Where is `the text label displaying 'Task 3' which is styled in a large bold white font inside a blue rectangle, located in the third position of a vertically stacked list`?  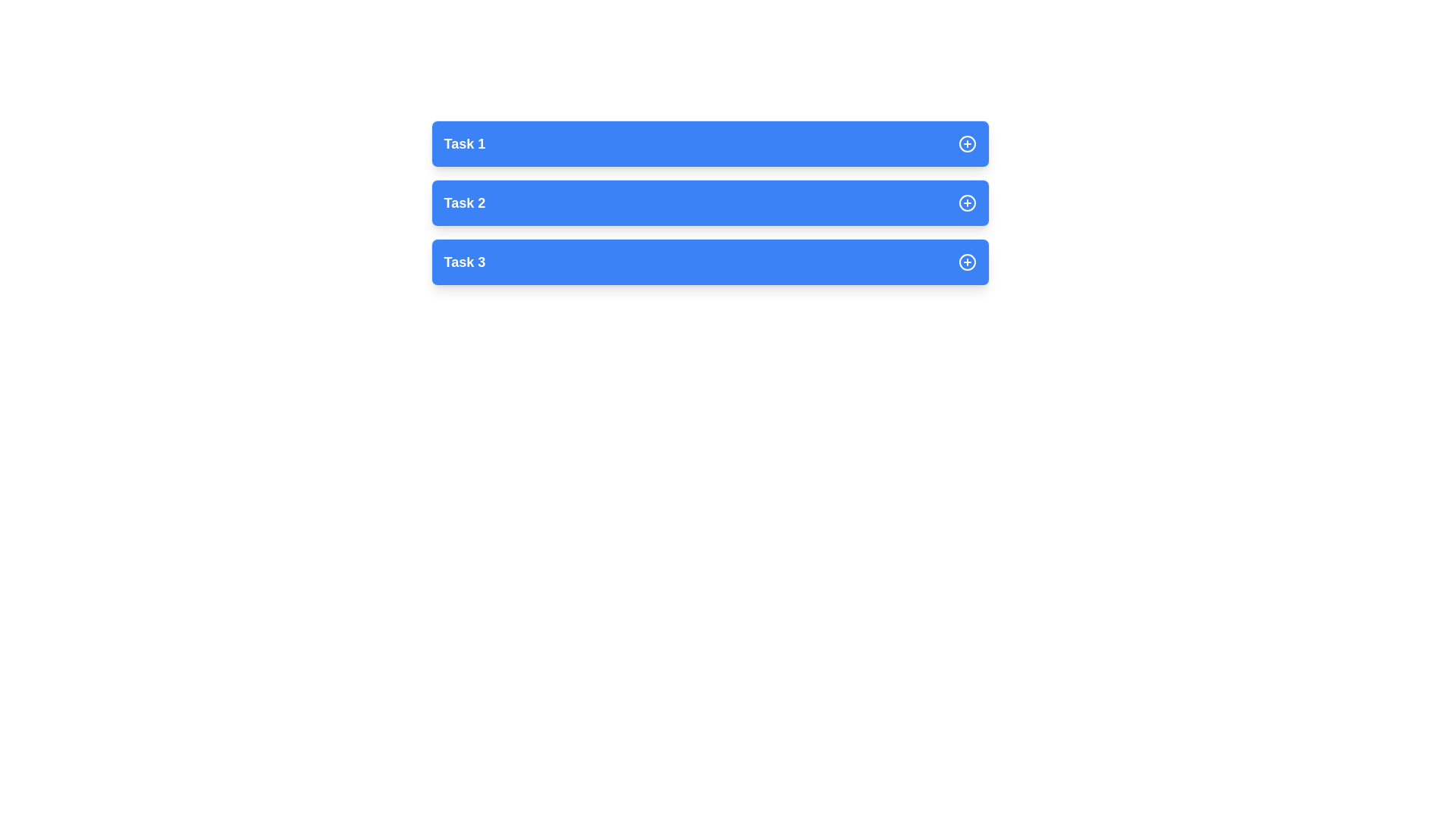 the text label displaying 'Task 3' which is styled in a large bold white font inside a blue rectangle, located in the third position of a vertically stacked list is located at coordinates (463, 262).